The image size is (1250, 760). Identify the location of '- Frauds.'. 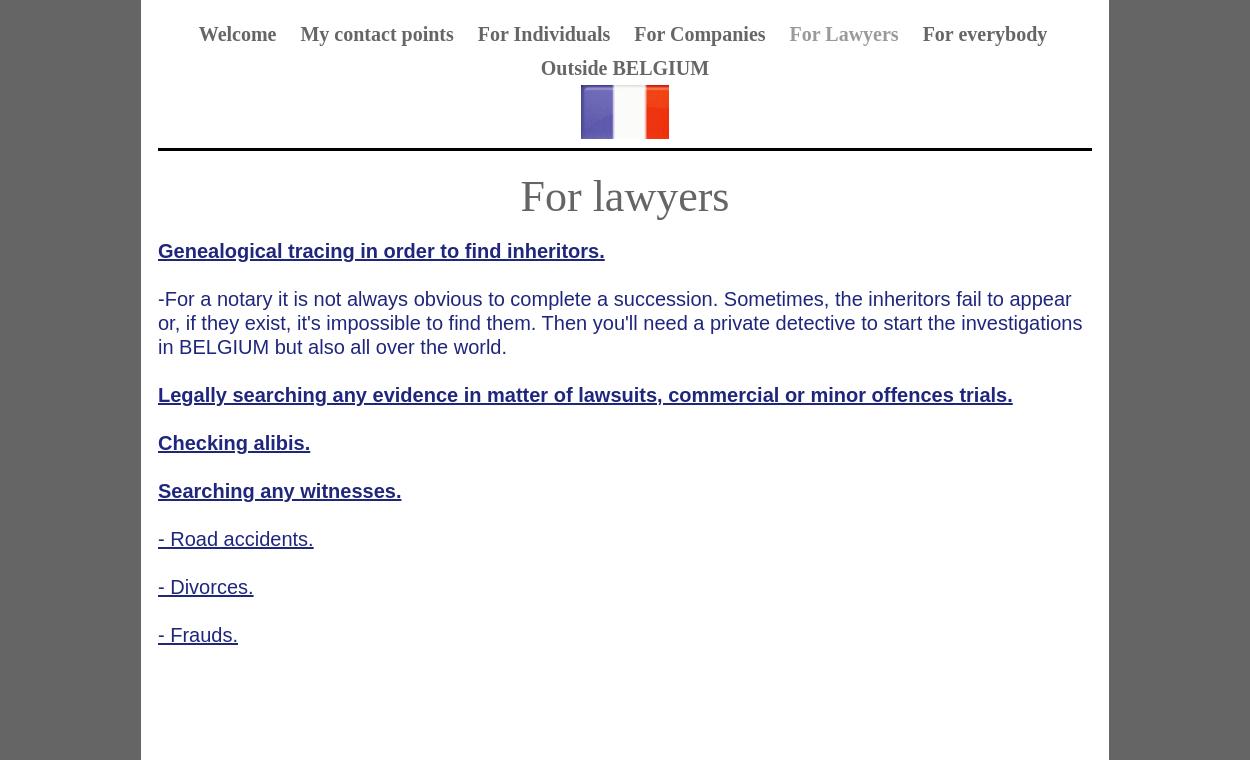
(197, 632).